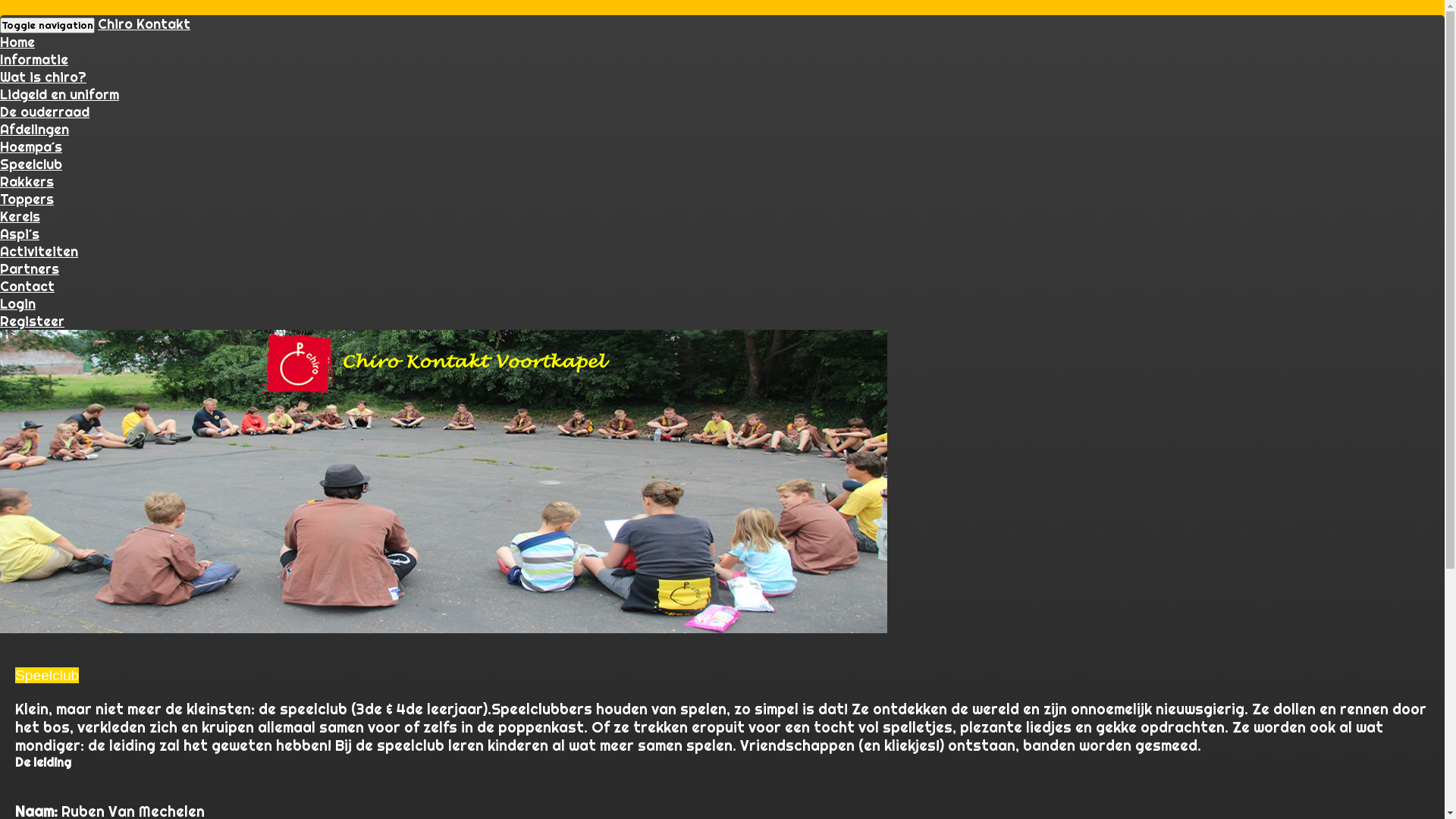  I want to click on 'Wat is chiro?', so click(43, 77).